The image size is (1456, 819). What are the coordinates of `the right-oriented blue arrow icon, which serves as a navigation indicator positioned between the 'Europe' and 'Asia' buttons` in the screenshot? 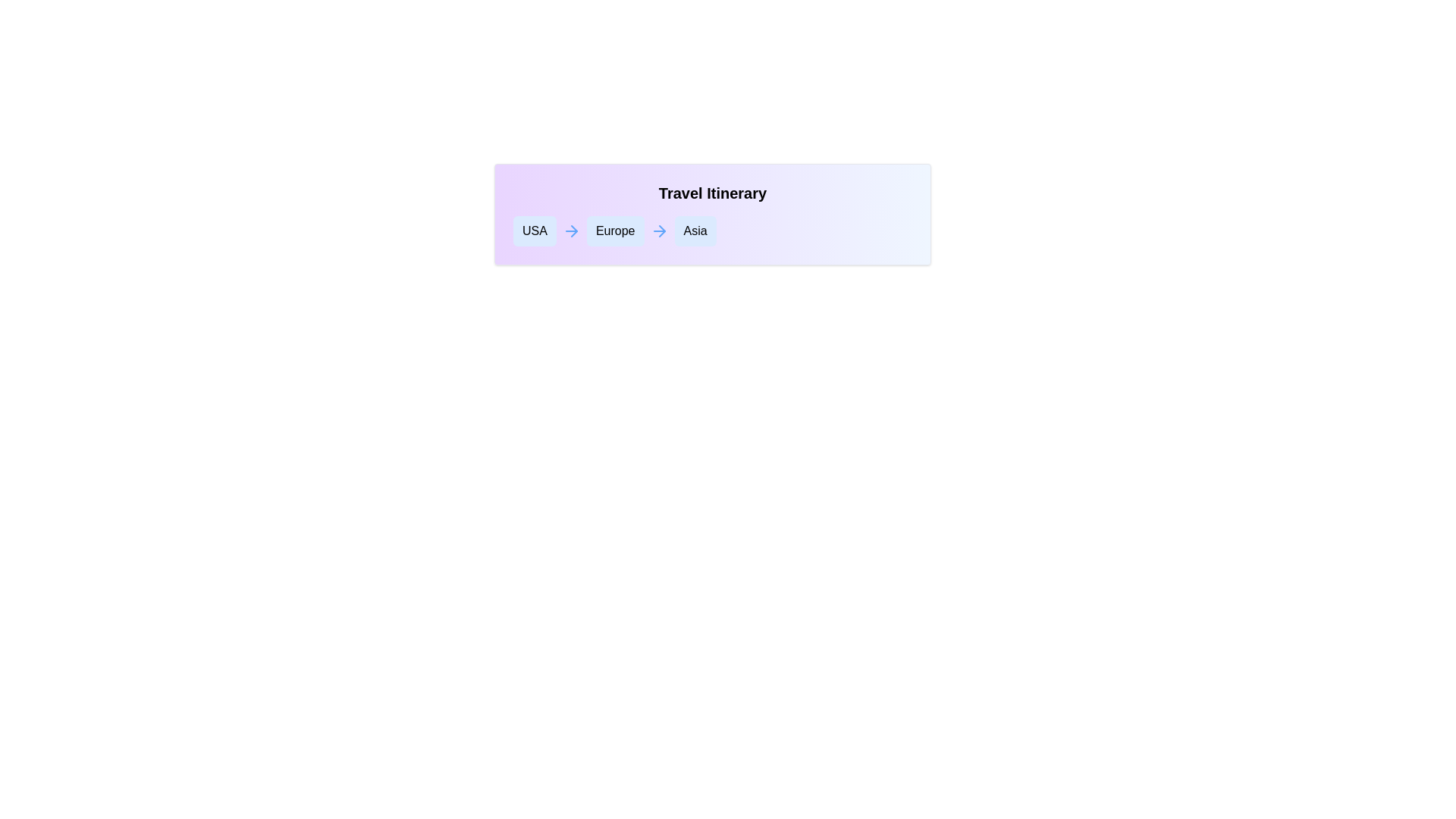 It's located at (659, 231).